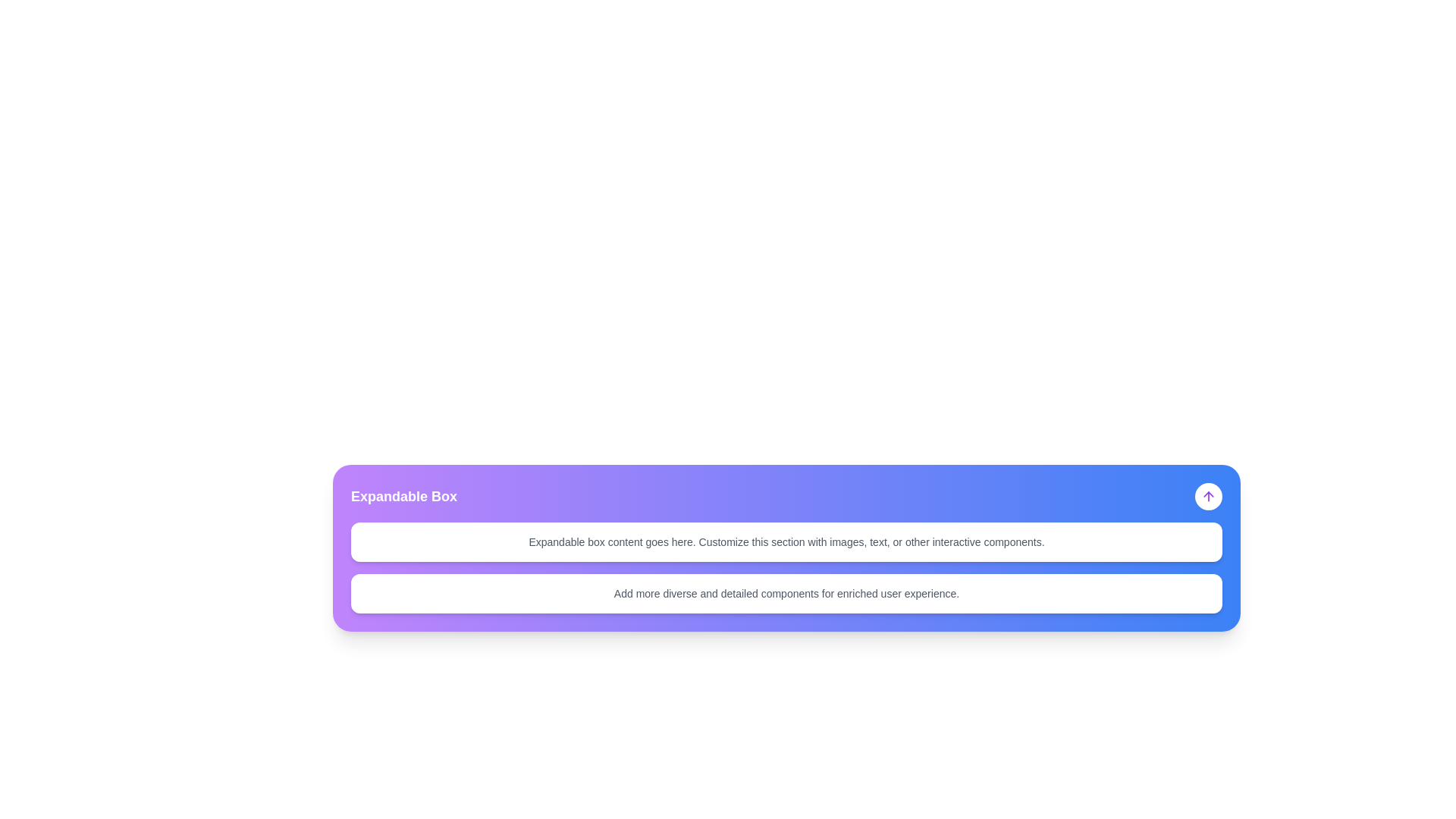 This screenshot has height=819, width=1456. I want to click on the Text block that serves as a textual information display in the second section of the 'Expandable Box' with a light purple background, so click(786, 593).